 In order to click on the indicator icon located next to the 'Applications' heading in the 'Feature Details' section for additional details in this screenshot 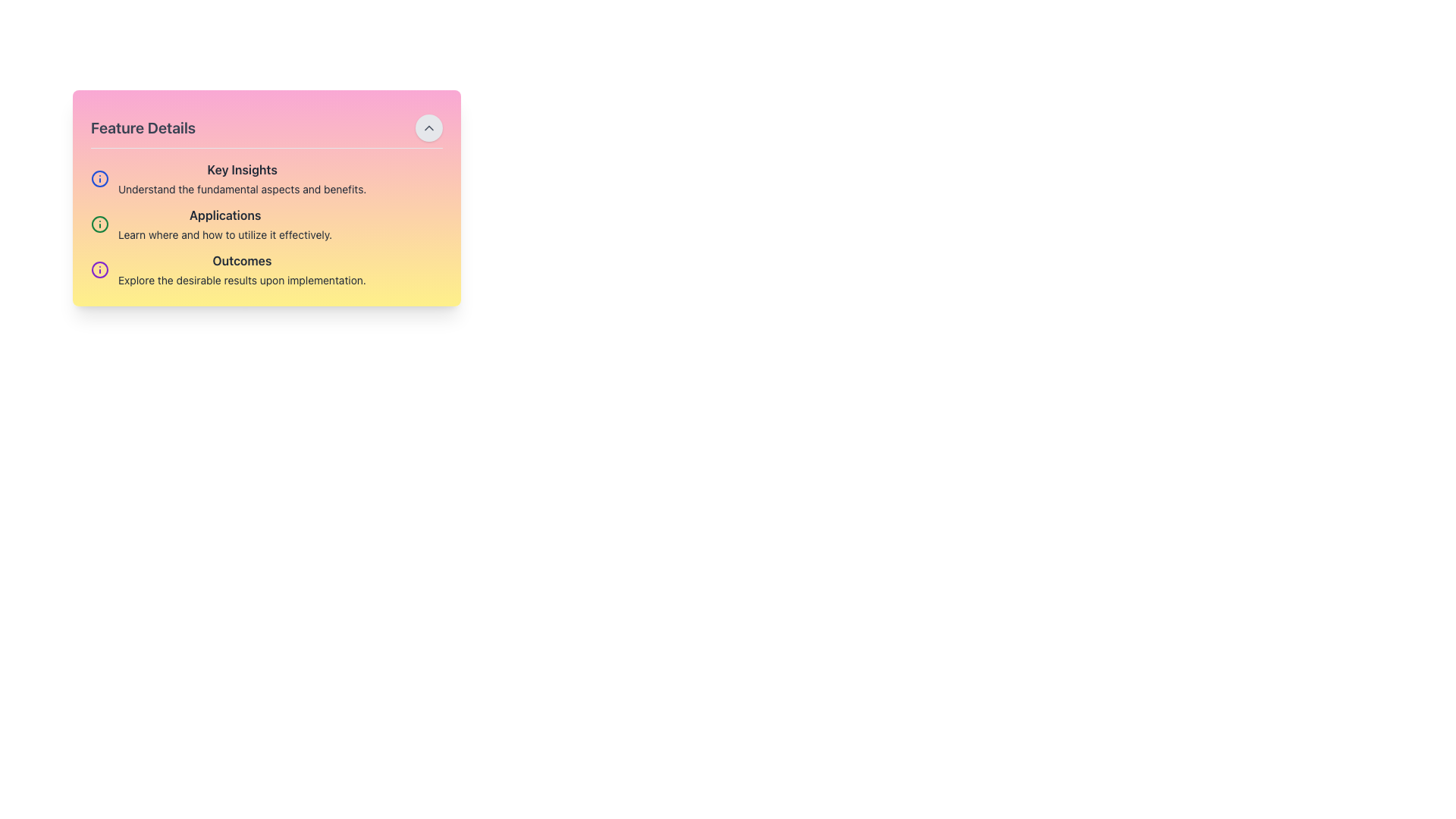, I will do `click(99, 224)`.